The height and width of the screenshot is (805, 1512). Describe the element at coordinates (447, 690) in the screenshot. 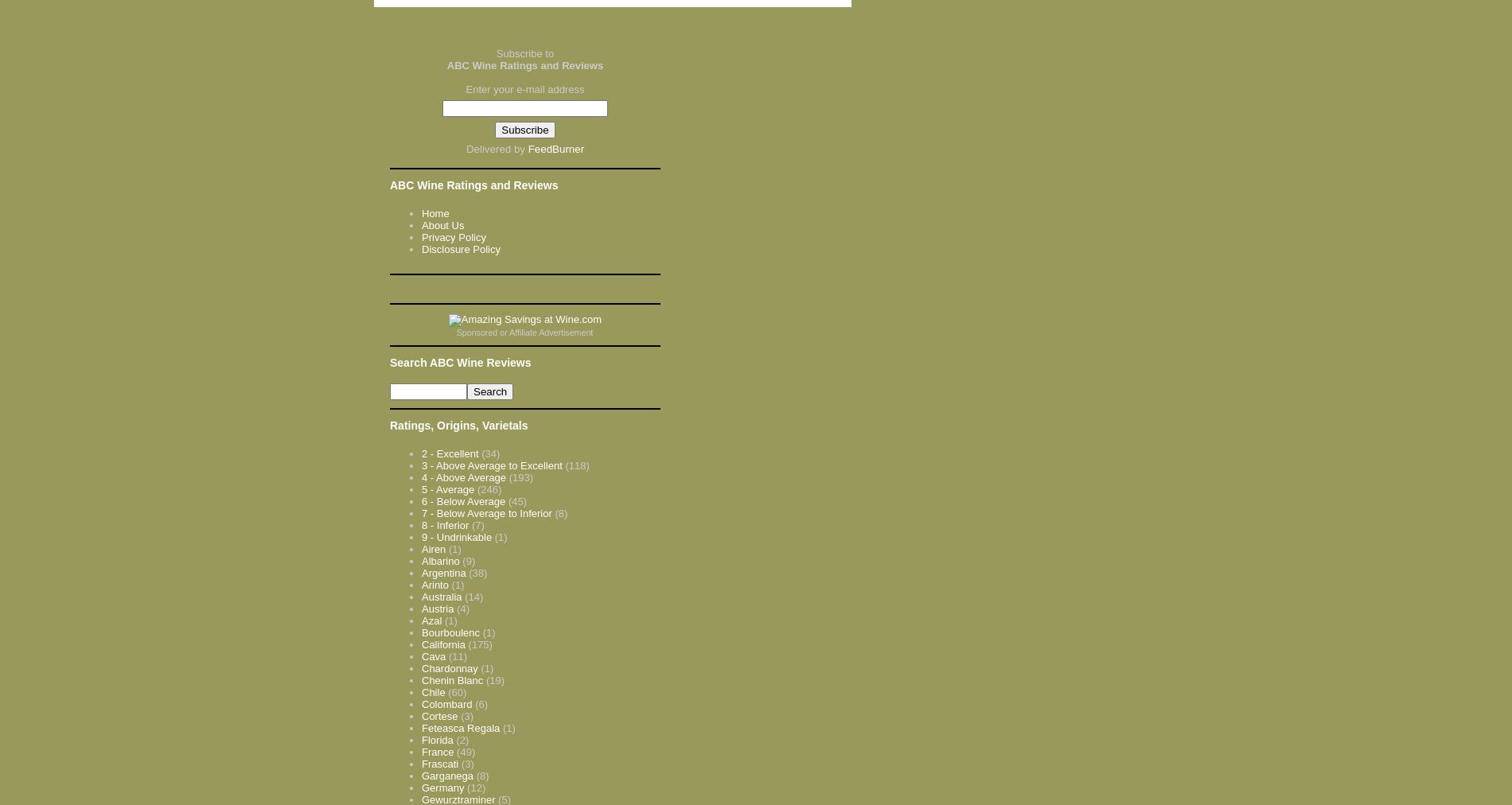

I see `'(60)'` at that location.